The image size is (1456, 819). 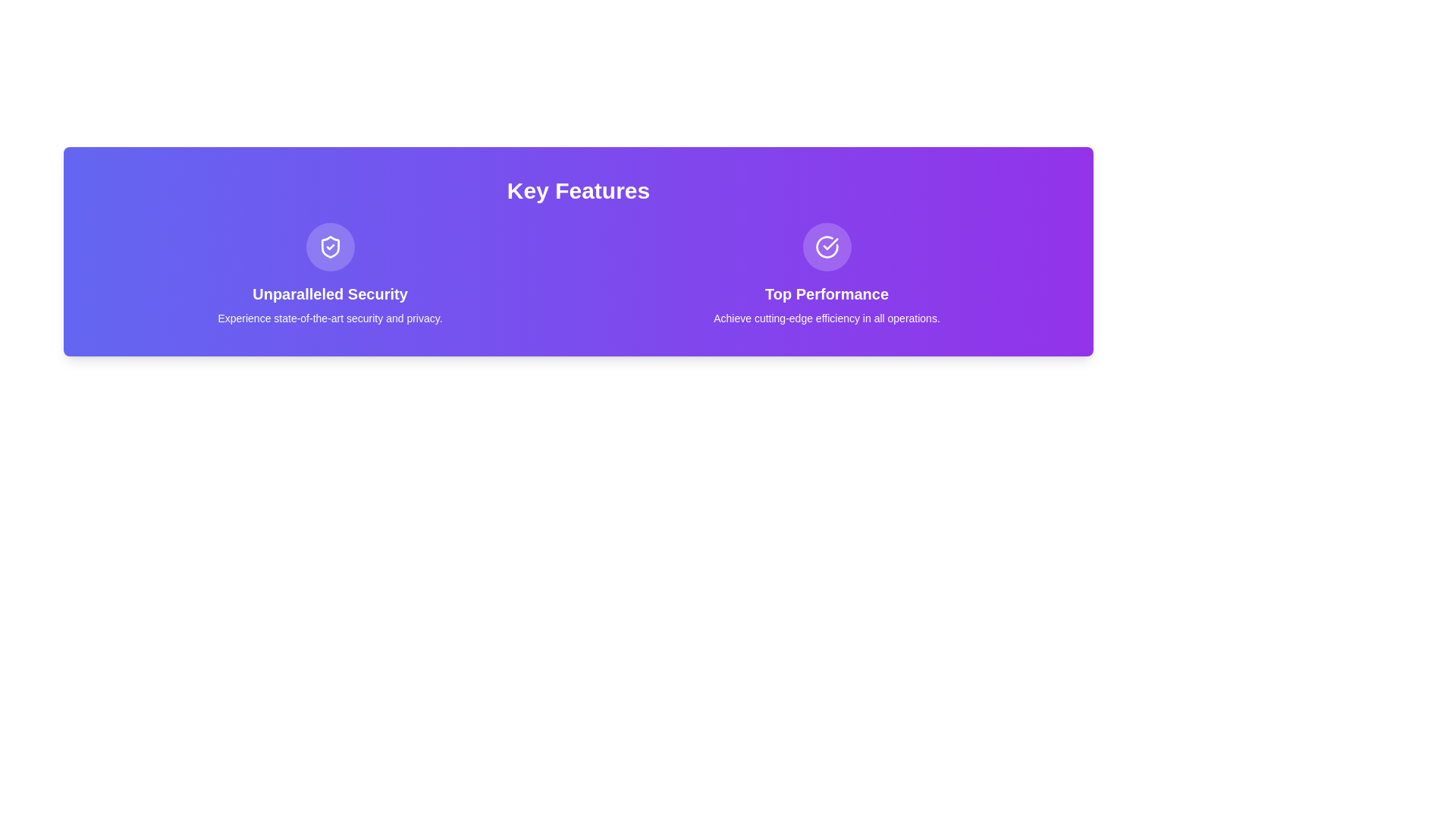 I want to click on the security icon located in the top-left corner of the violet gradient section, which symbolizes protection and is centered above the text 'Unparalleled Security.', so click(x=329, y=246).